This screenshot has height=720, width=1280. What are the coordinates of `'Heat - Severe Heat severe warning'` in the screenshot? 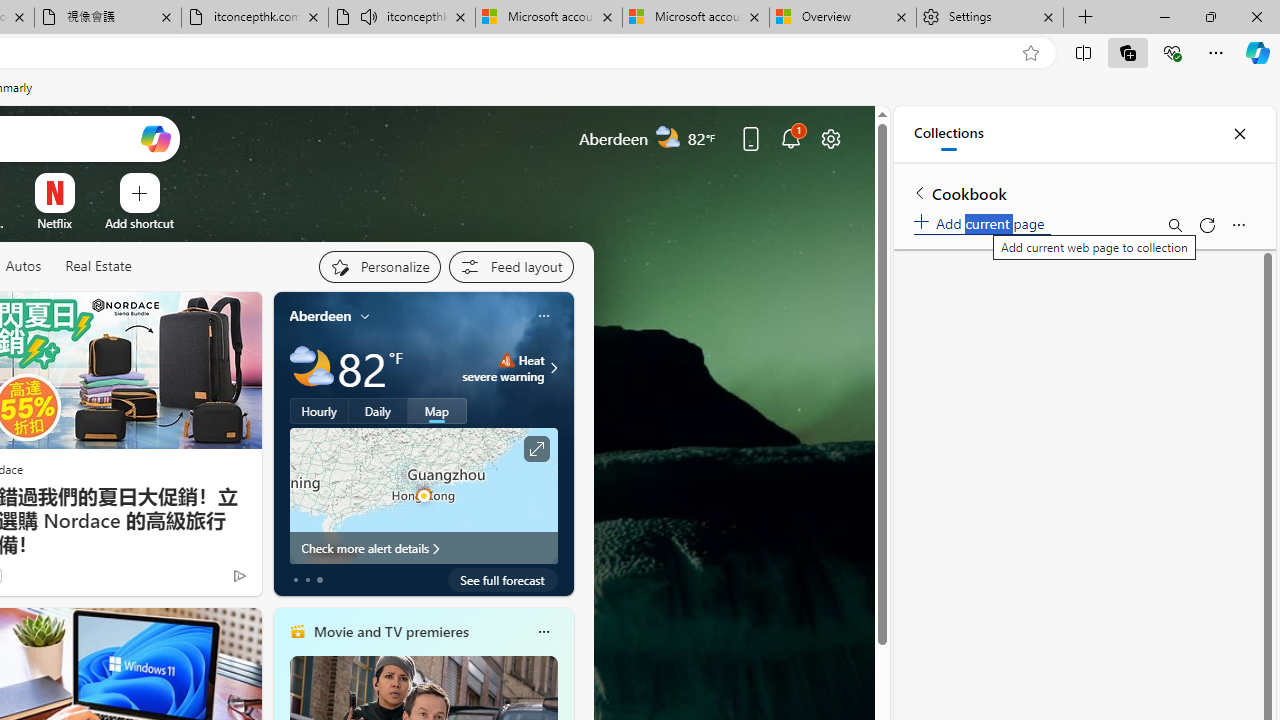 It's located at (503, 367).